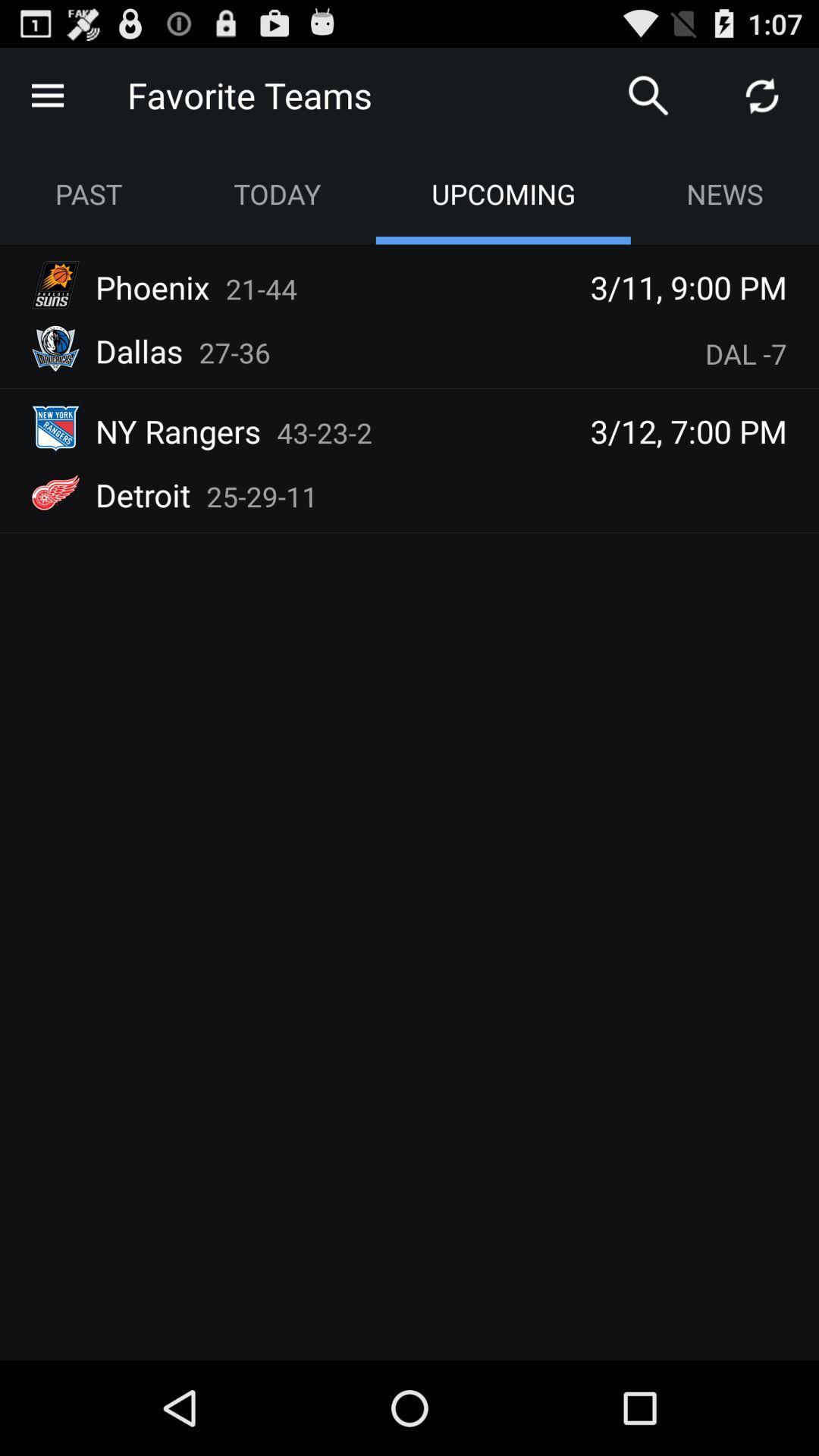  Describe the element at coordinates (762, 101) in the screenshot. I see `the refresh icon` at that location.